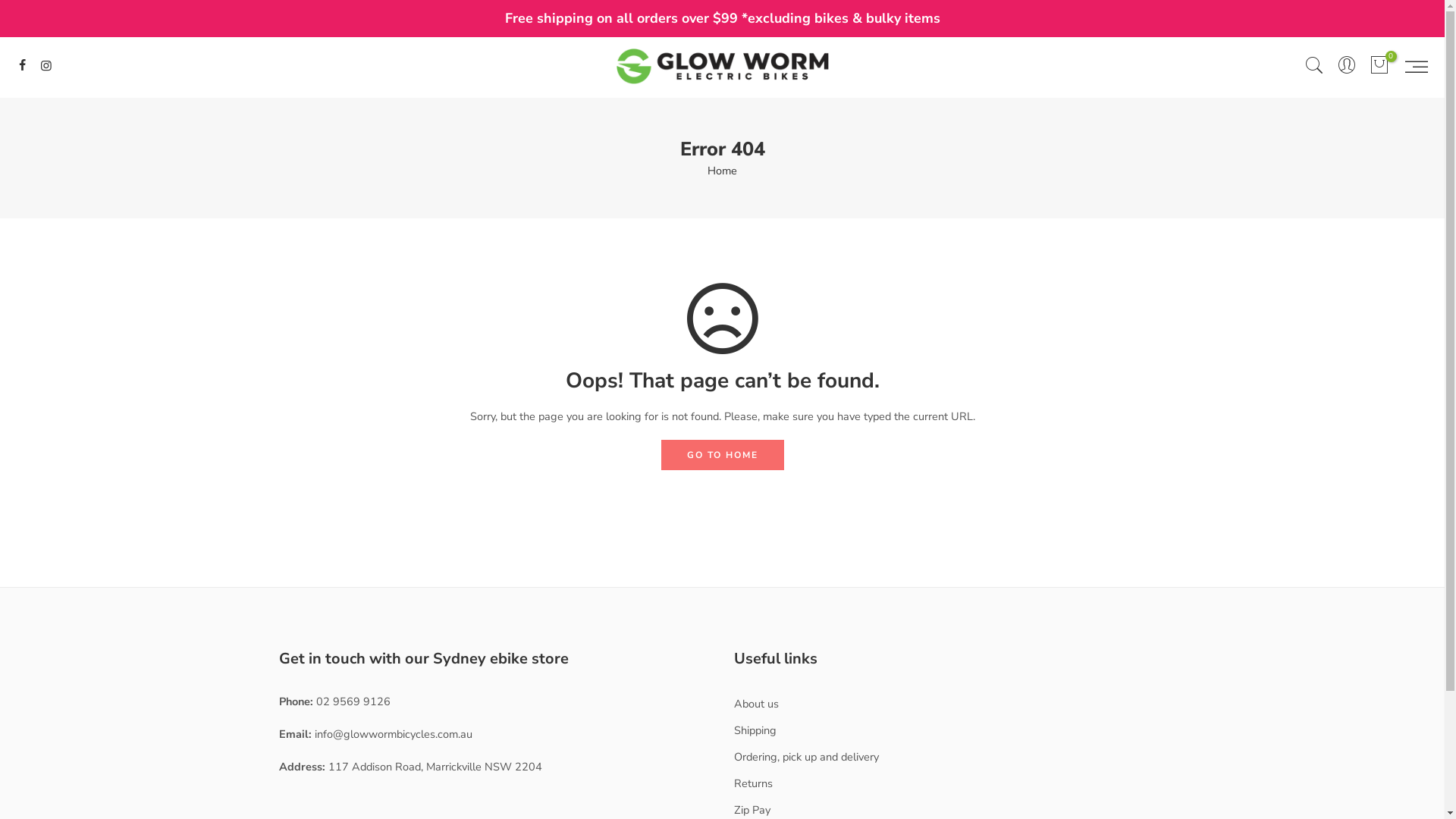 This screenshot has width=1456, height=819. Describe the element at coordinates (753, 783) in the screenshot. I see `'Returns'` at that location.